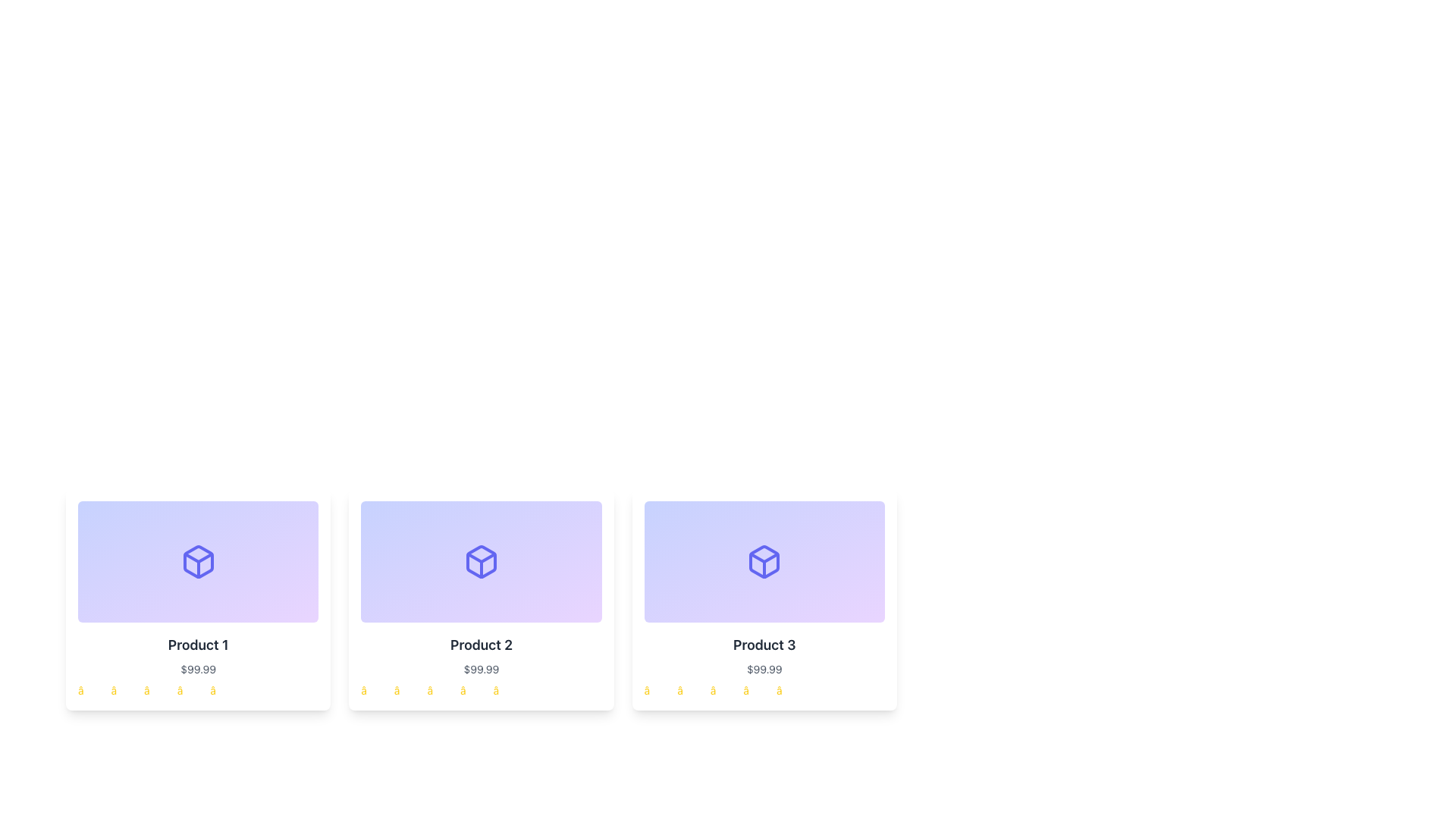 This screenshot has height=819, width=1456. Describe the element at coordinates (480, 598) in the screenshot. I see `the second product card in the grid that displays product information, including title, price, and rating` at that location.